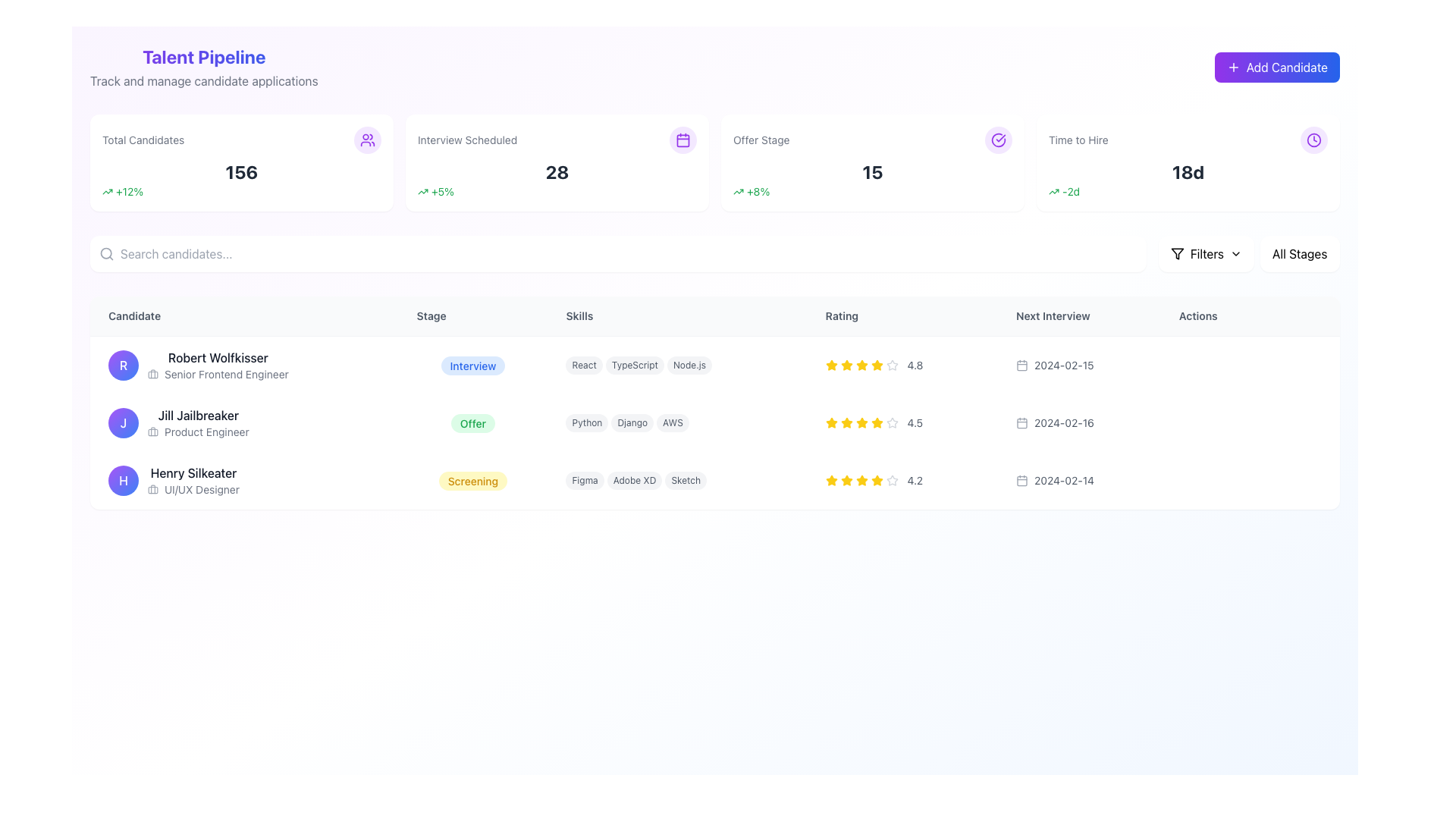 The width and height of the screenshot is (1456, 819). Describe the element at coordinates (367, 140) in the screenshot. I see `the icon representing users in the 'Total Candidates' section, located to the right of the count '156'` at that location.